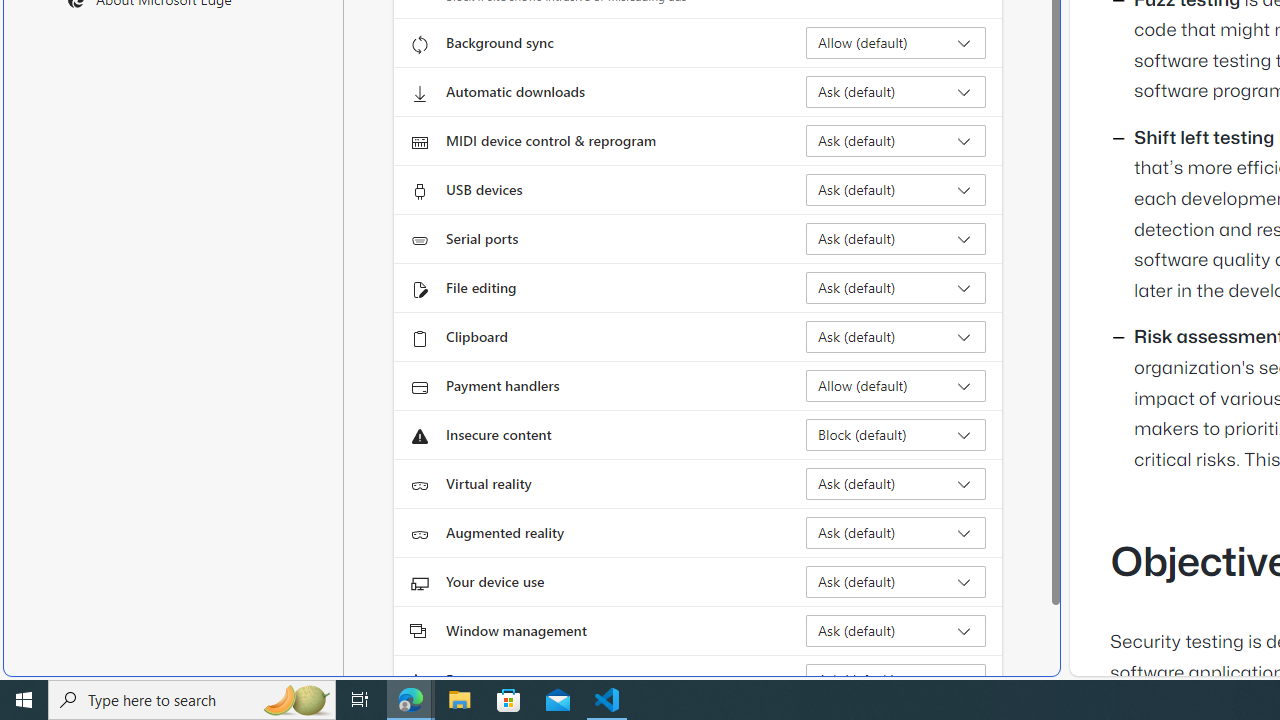 This screenshot has width=1280, height=720. I want to click on 'Automatic downloads Ask (default)', so click(895, 92).